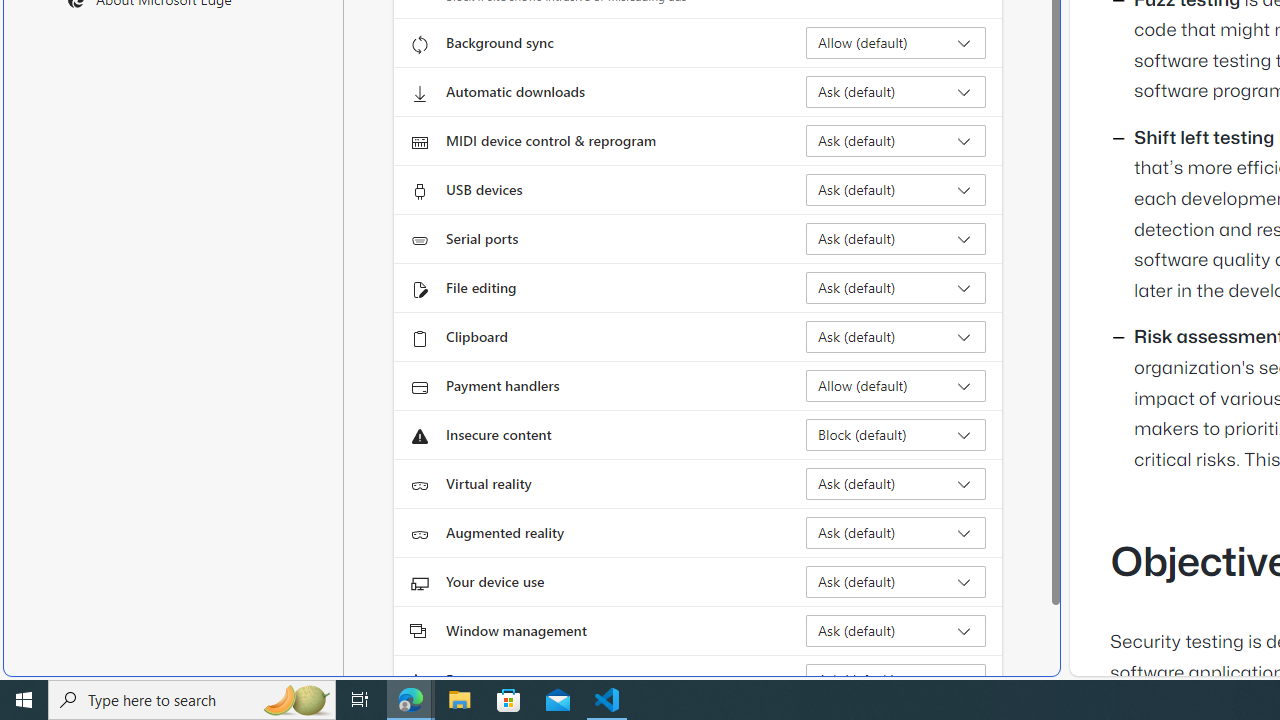 This screenshot has width=1280, height=720. I want to click on 'Automatic downloads Ask (default)', so click(895, 92).